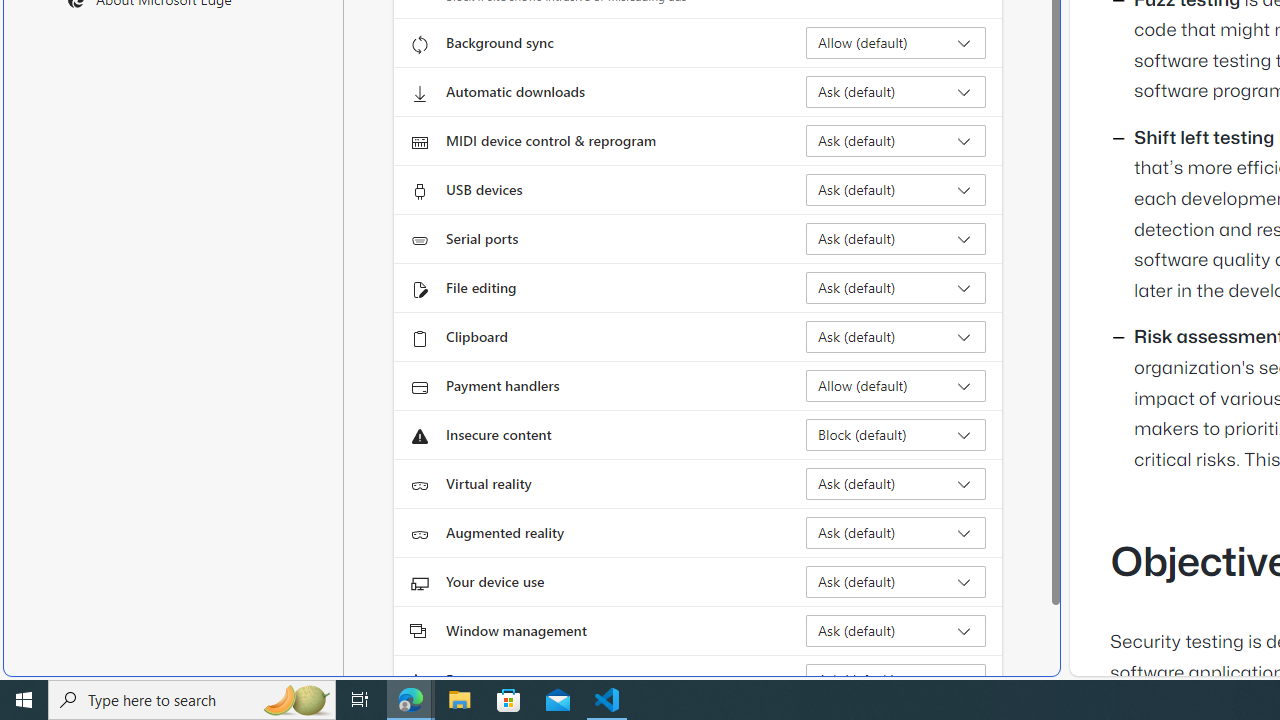 This screenshot has width=1280, height=720. I want to click on 'Automatic downloads Ask (default)', so click(895, 92).